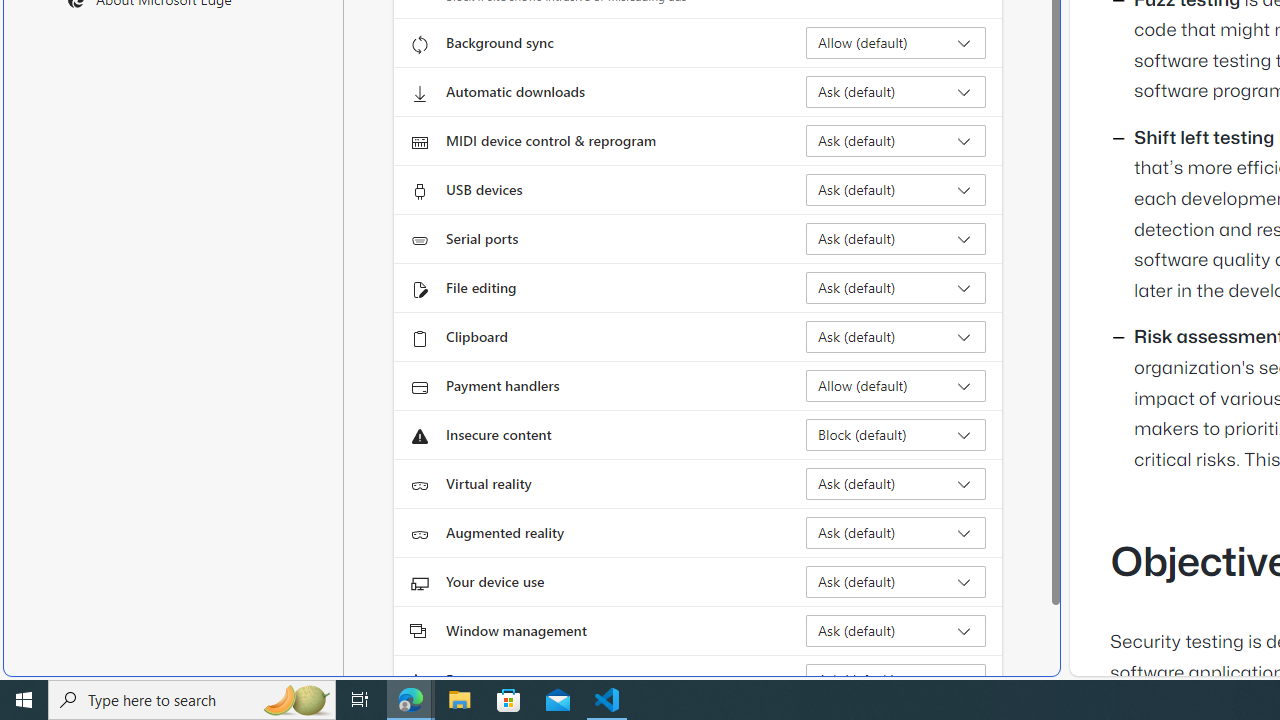 This screenshot has width=1280, height=720. I want to click on 'Automatic downloads Ask (default)', so click(895, 92).